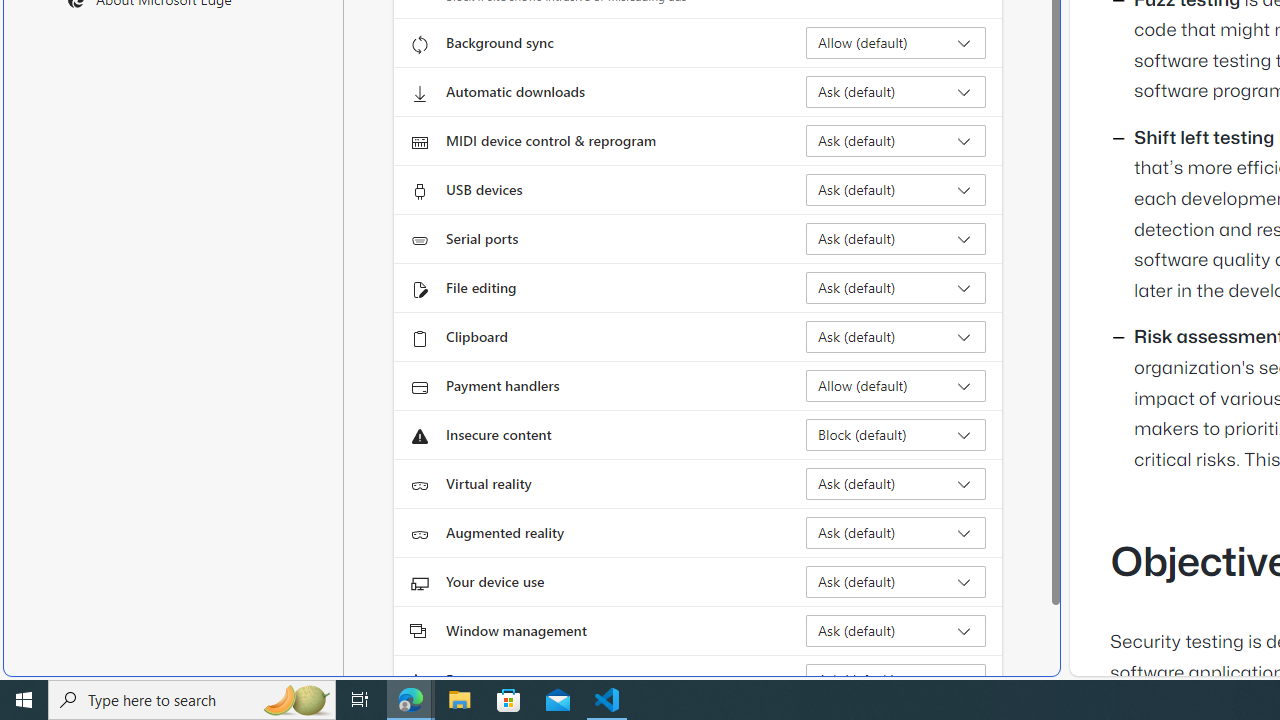 This screenshot has width=1280, height=720. I want to click on 'Automatic downloads Ask (default)', so click(895, 92).